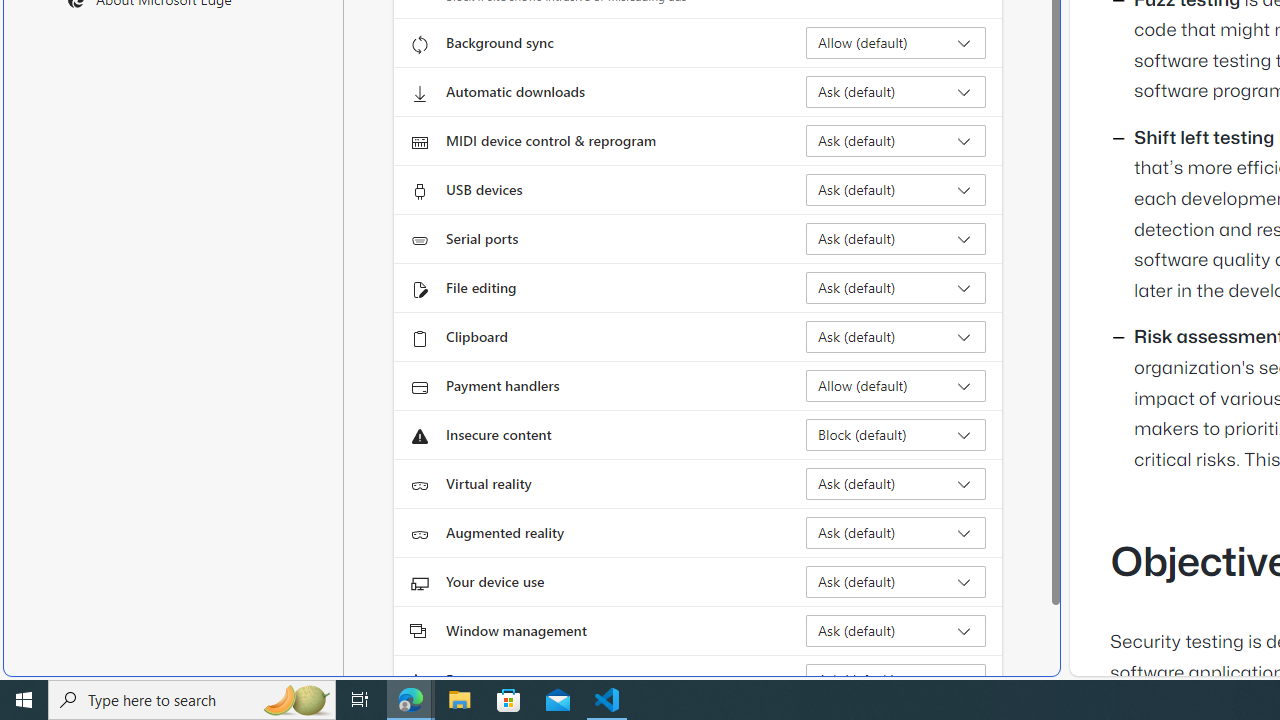 This screenshot has width=1280, height=720. I want to click on 'Automatic downloads Ask (default)', so click(895, 92).